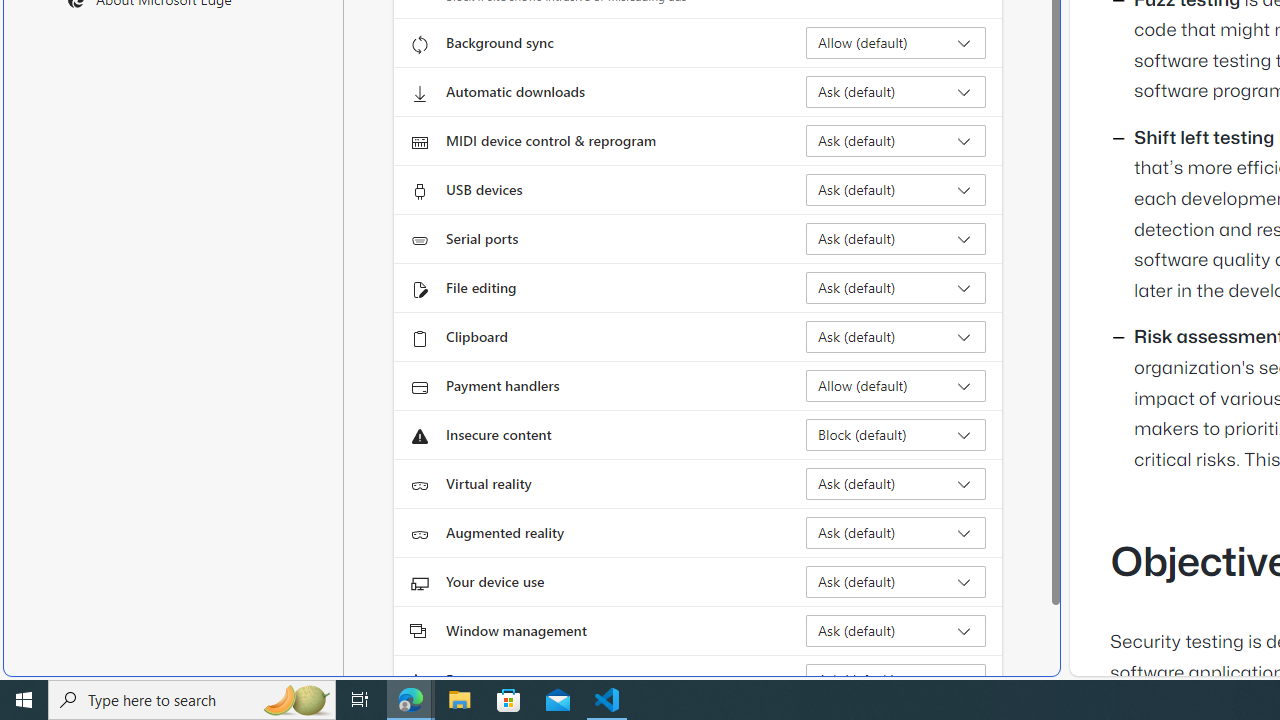 This screenshot has width=1280, height=720. I want to click on 'Automatic downloads Ask (default)', so click(895, 92).